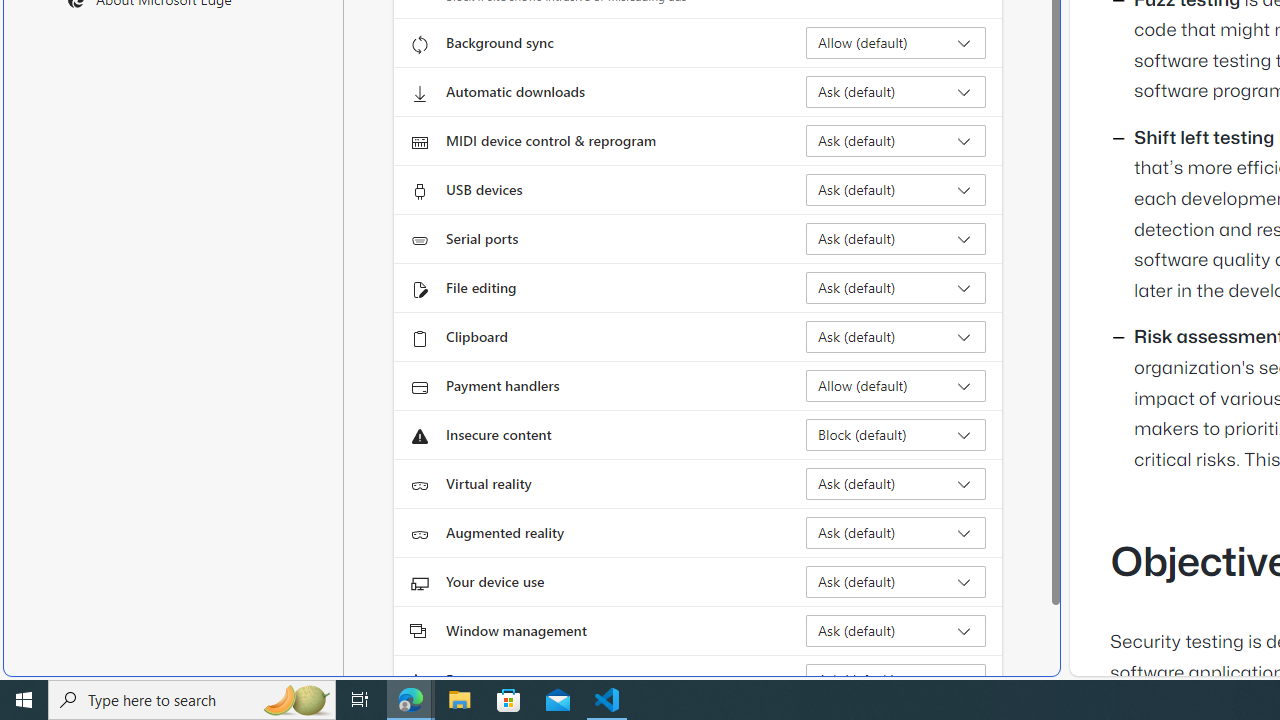 This screenshot has width=1280, height=720. I want to click on 'Automatic downloads Ask (default)', so click(895, 92).